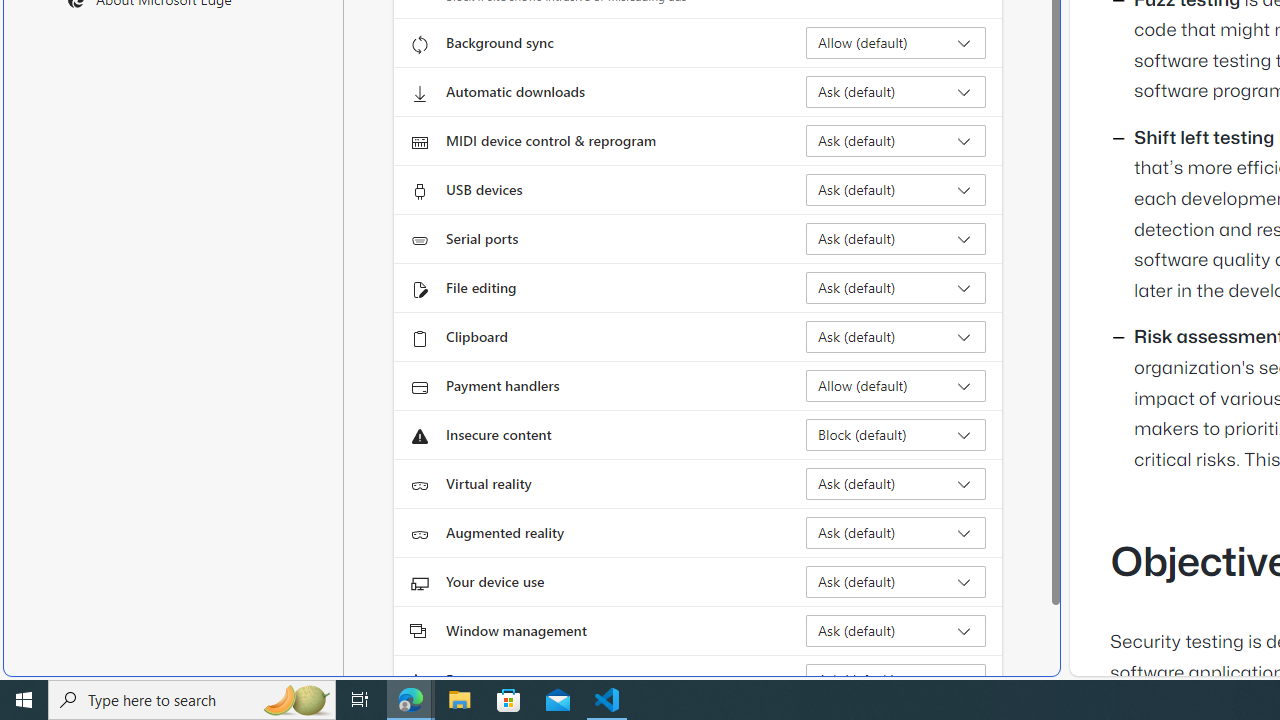 This screenshot has width=1280, height=720. I want to click on 'Automatic downloads Ask (default)', so click(895, 92).